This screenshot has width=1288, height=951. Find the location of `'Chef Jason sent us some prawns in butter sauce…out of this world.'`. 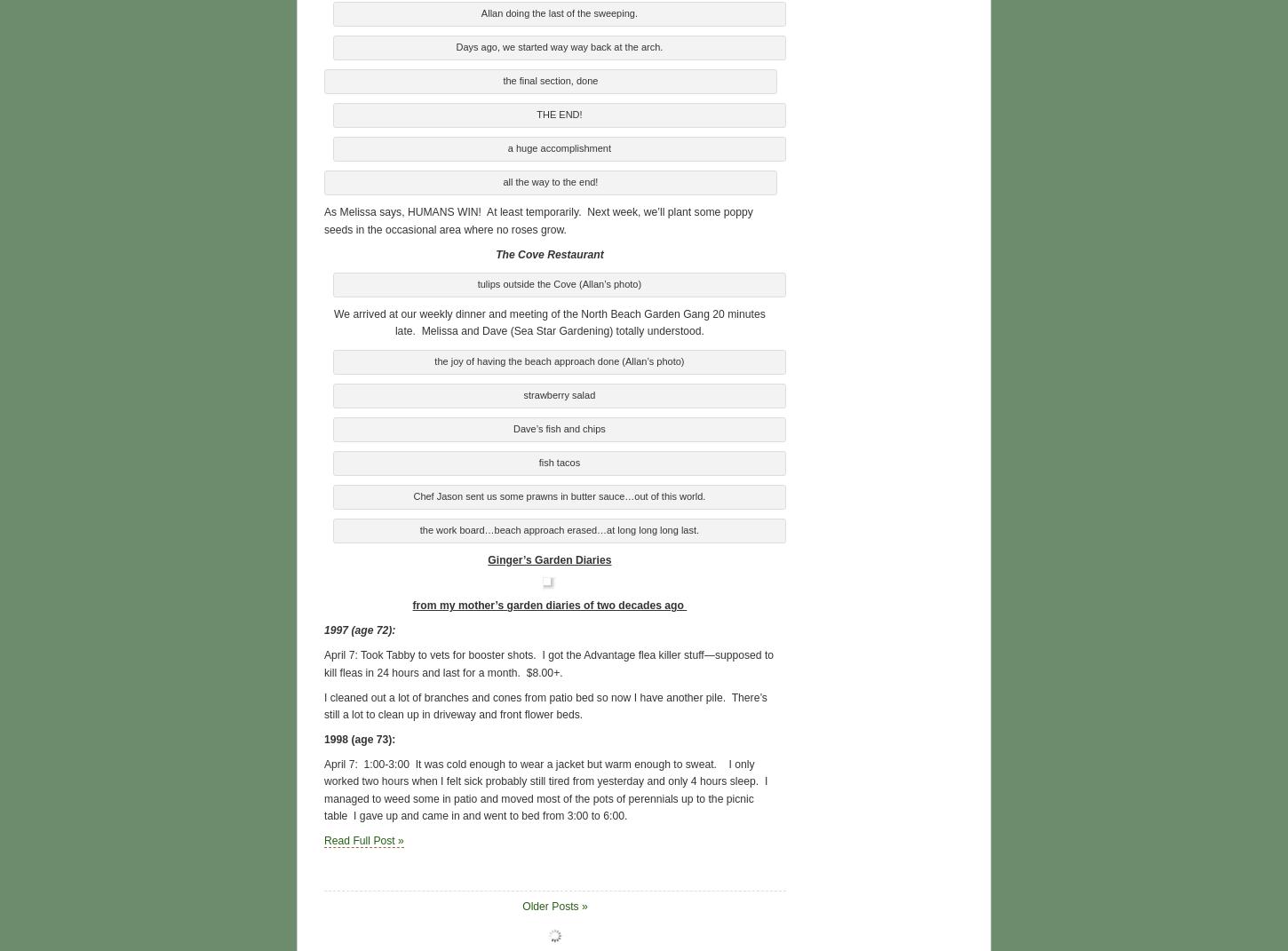

'Chef Jason sent us some prawns in butter sauce…out of this world.' is located at coordinates (558, 493).